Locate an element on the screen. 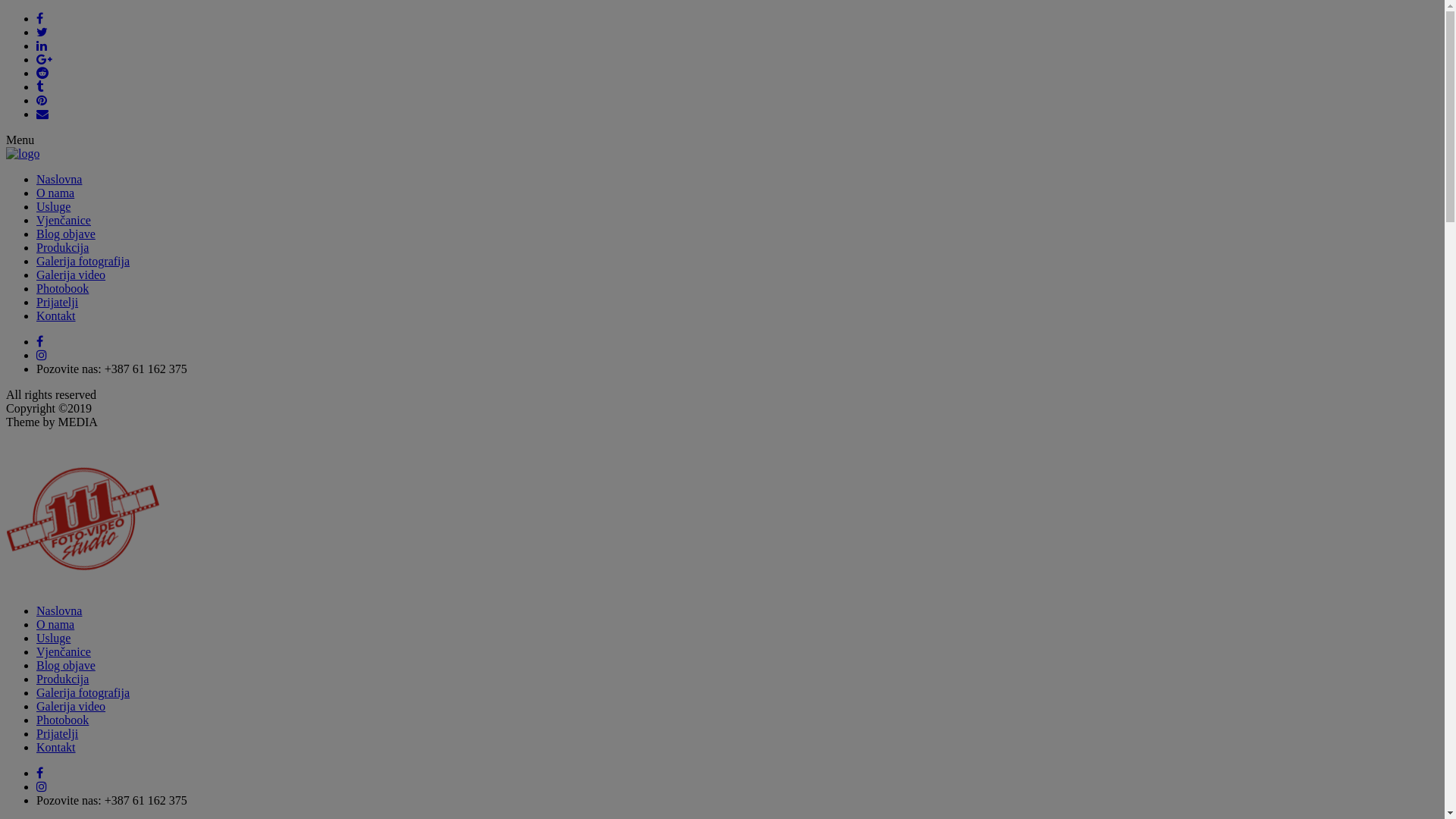 The image size is (1456, 819). 'Photobook' is located at coordinates (61, 719).